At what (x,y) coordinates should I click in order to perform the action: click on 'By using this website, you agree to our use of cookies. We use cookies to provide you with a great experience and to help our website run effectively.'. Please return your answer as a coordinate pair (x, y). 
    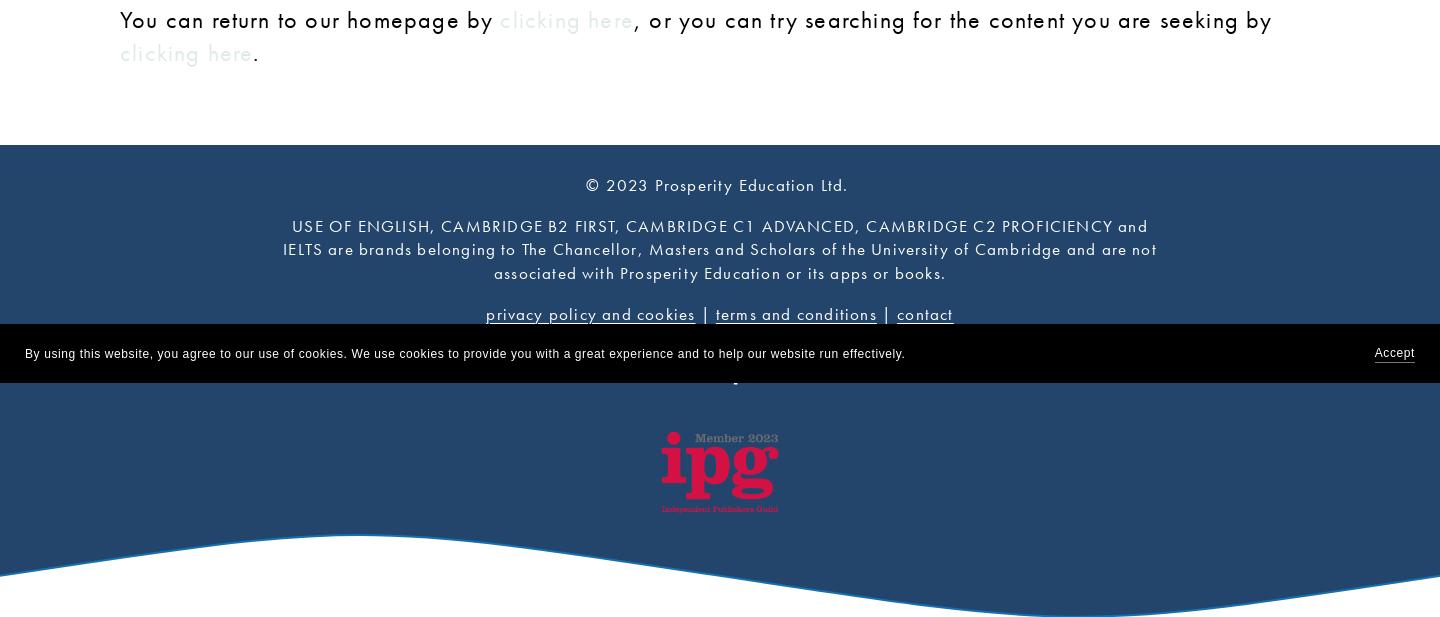
    Looking at the image, I should click on (464, 352).